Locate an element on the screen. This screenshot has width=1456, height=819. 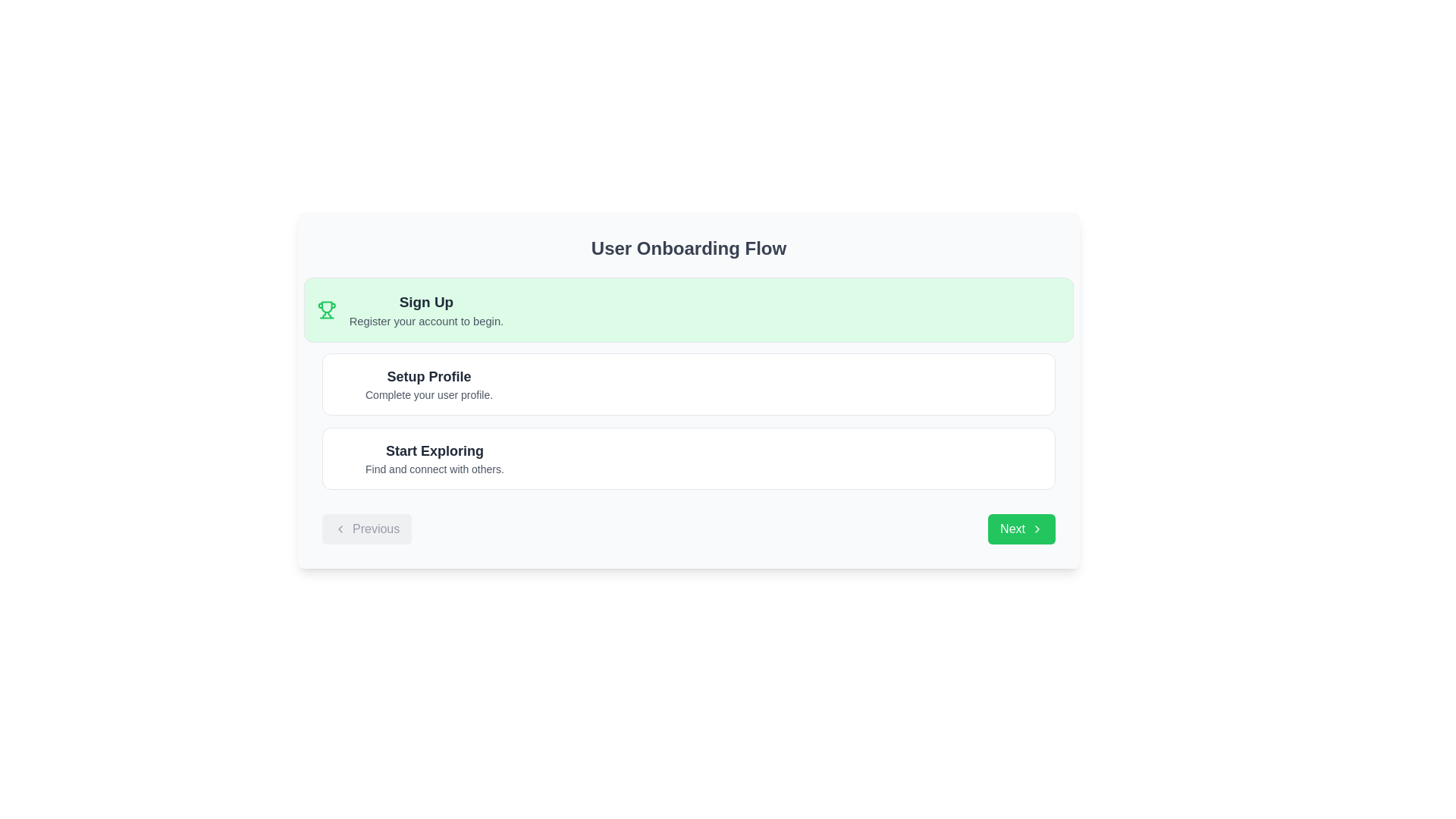
the third text descriptor in the onboarding process, which provides context and information about the next steps for the user is located at coordinates (434, 458).